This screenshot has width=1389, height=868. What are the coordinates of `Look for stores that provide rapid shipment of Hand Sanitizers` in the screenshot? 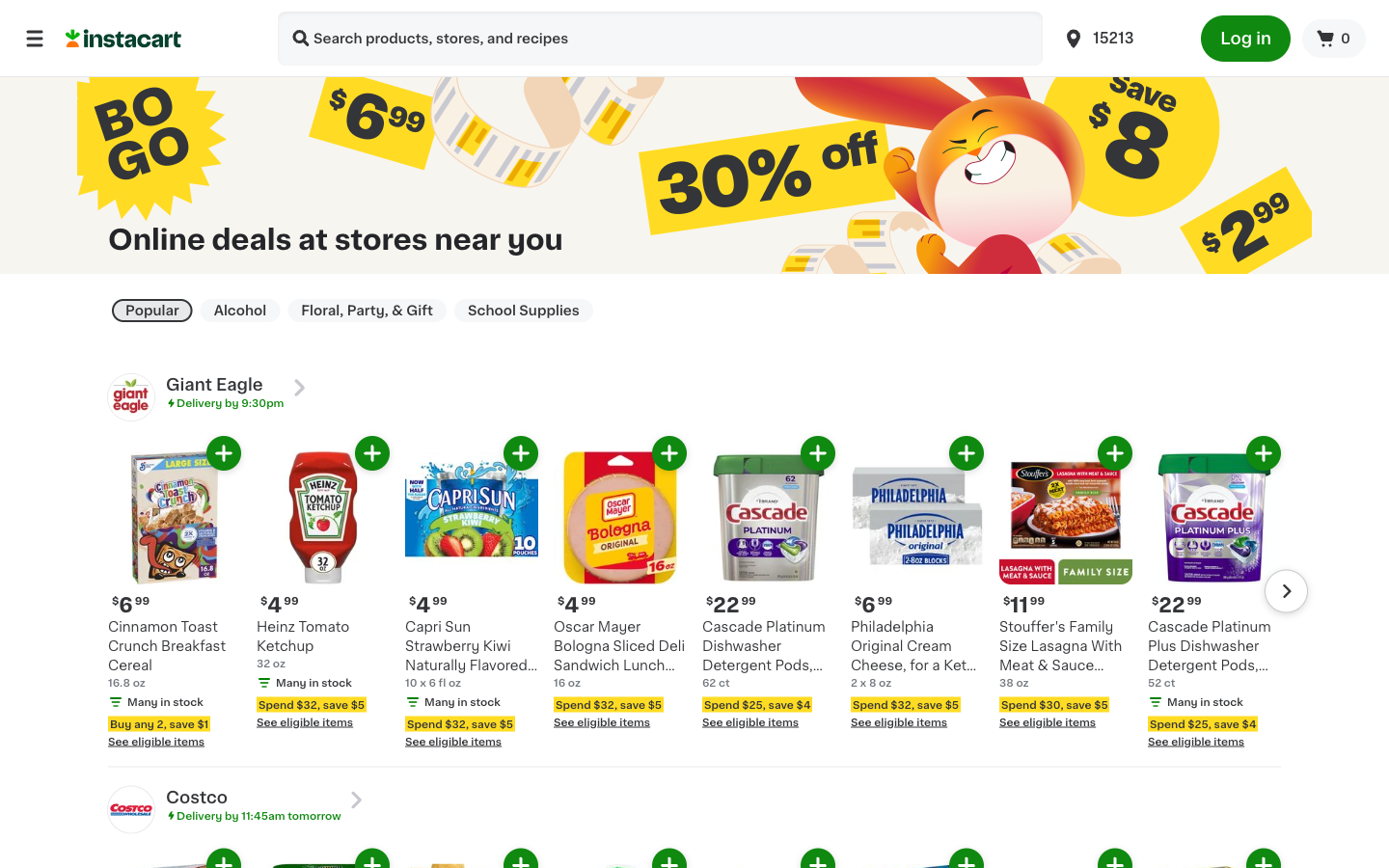 It's located at (301, 40).